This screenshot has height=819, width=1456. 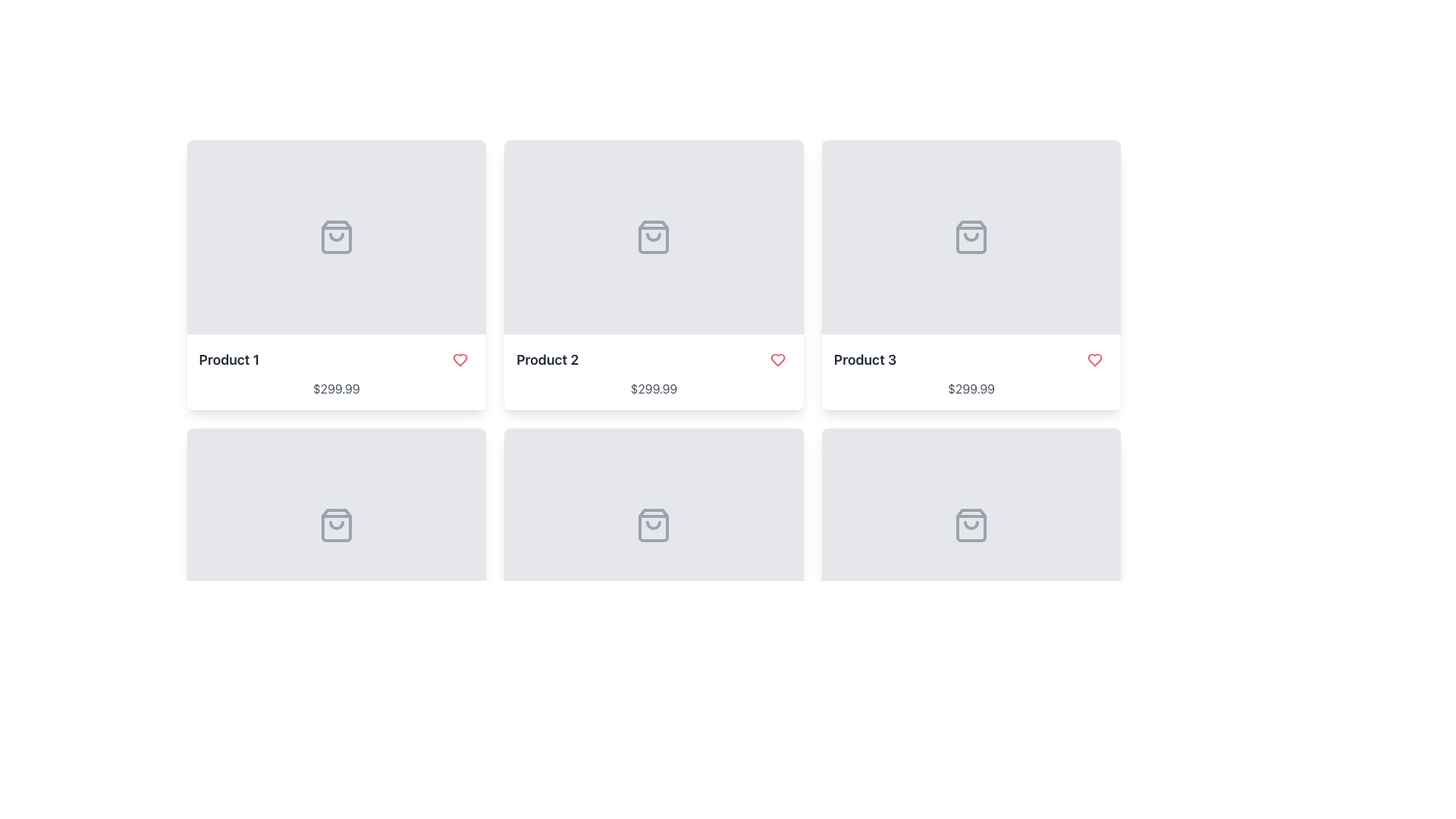 I want to click on the product using the text label located, so click(x=228, y=359).